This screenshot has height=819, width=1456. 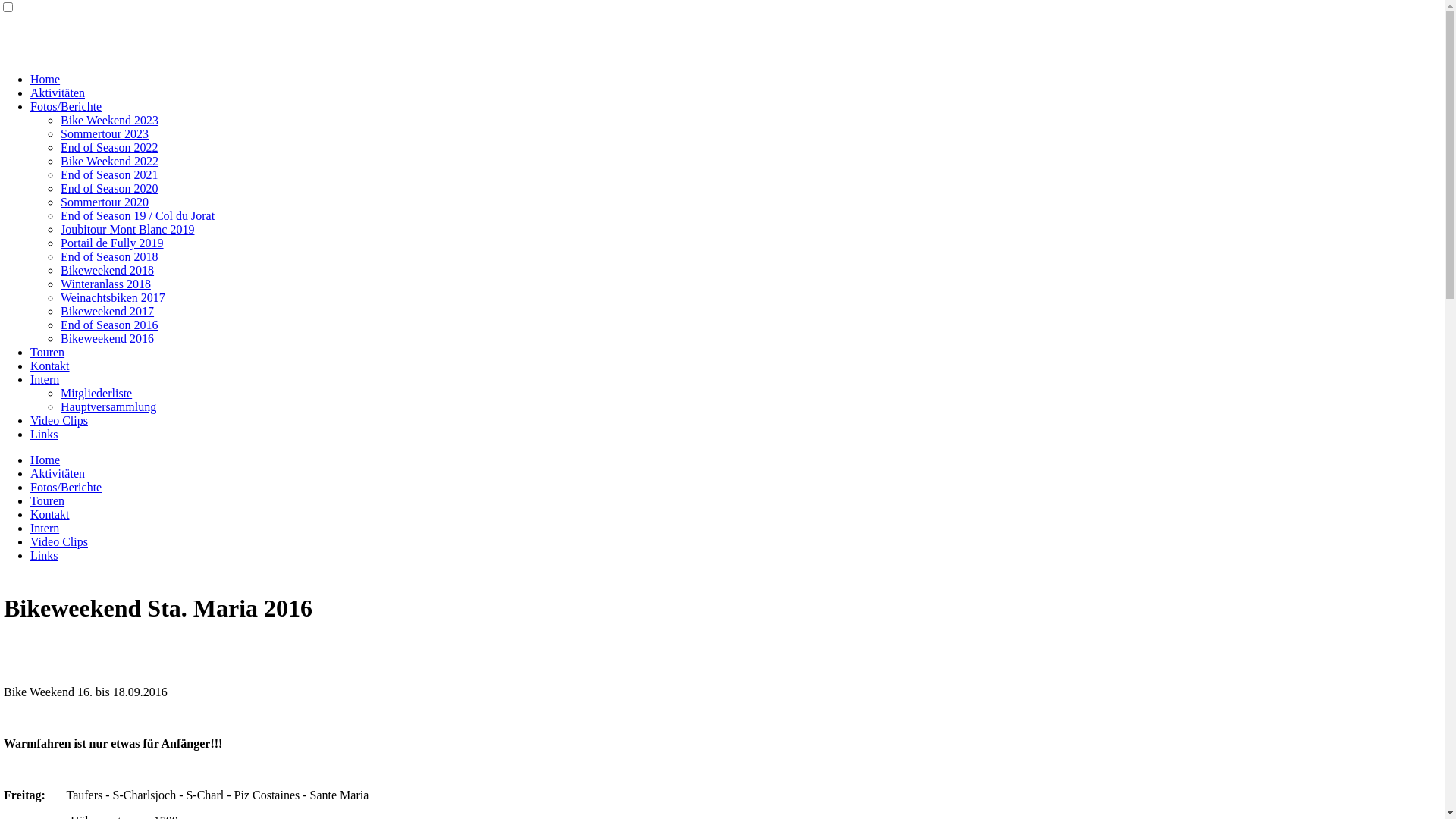 What do you see at coordinates (106, 310) in the screenshot?
I see `'Bikeweekend 2017'` at bounding box center [106, 310].